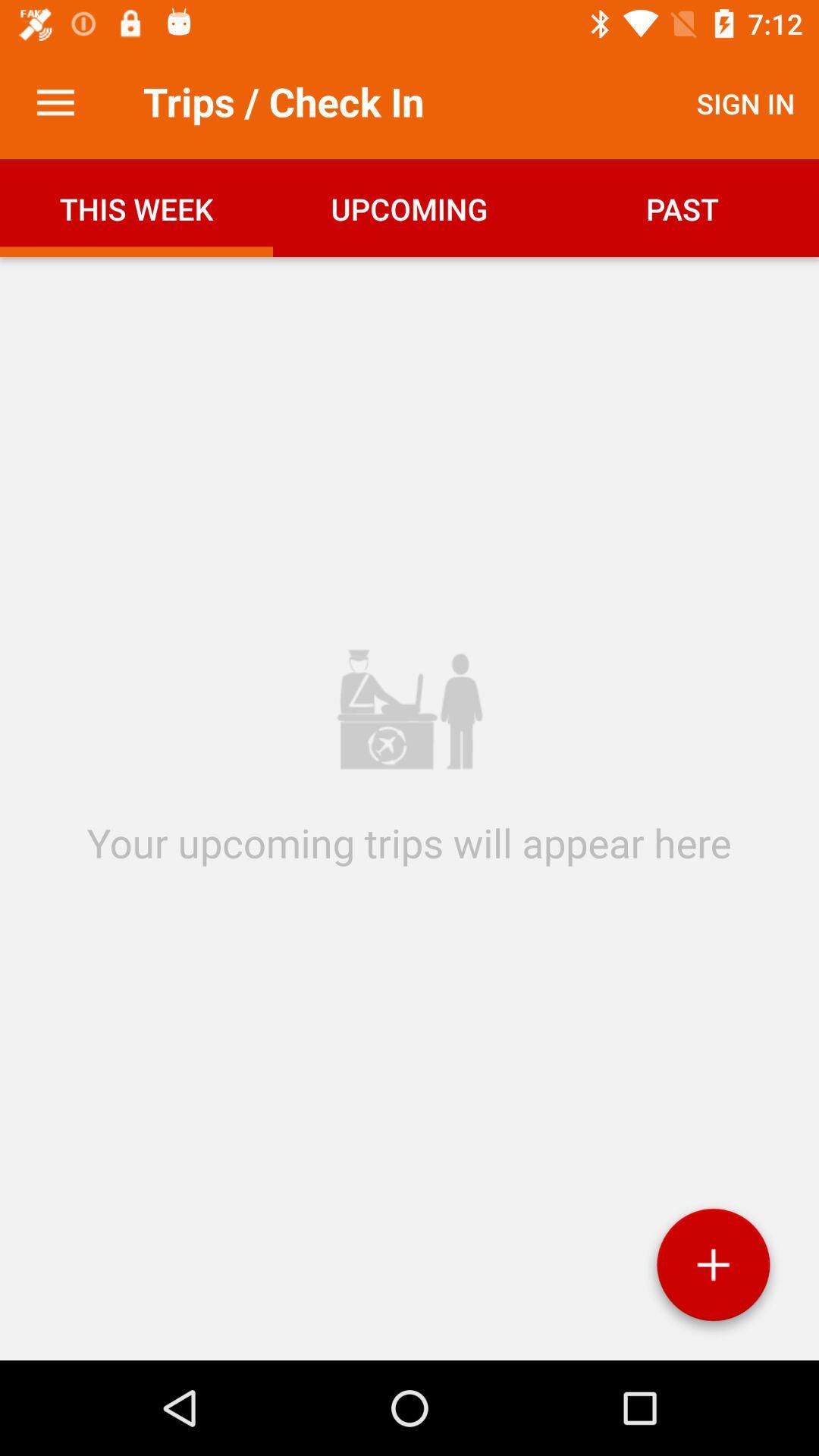 The height and width of the screenshot is (1456, 819). I want to click on the icon to the right of trips / check in item, so click(745, 102).